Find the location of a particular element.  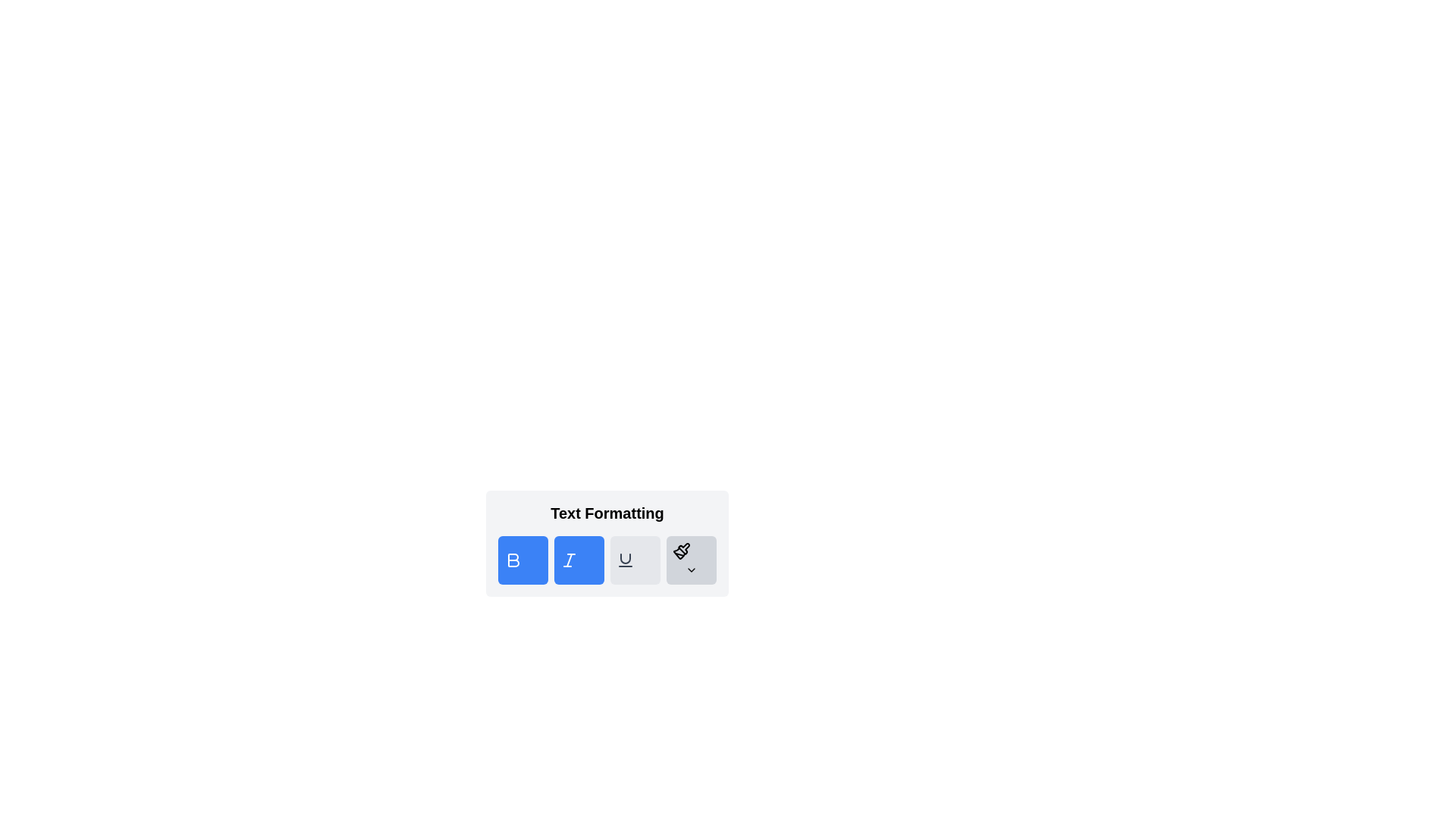

the italic text formatting button, represented by a slanted 'I' icon is located at coordinates (568, 560).